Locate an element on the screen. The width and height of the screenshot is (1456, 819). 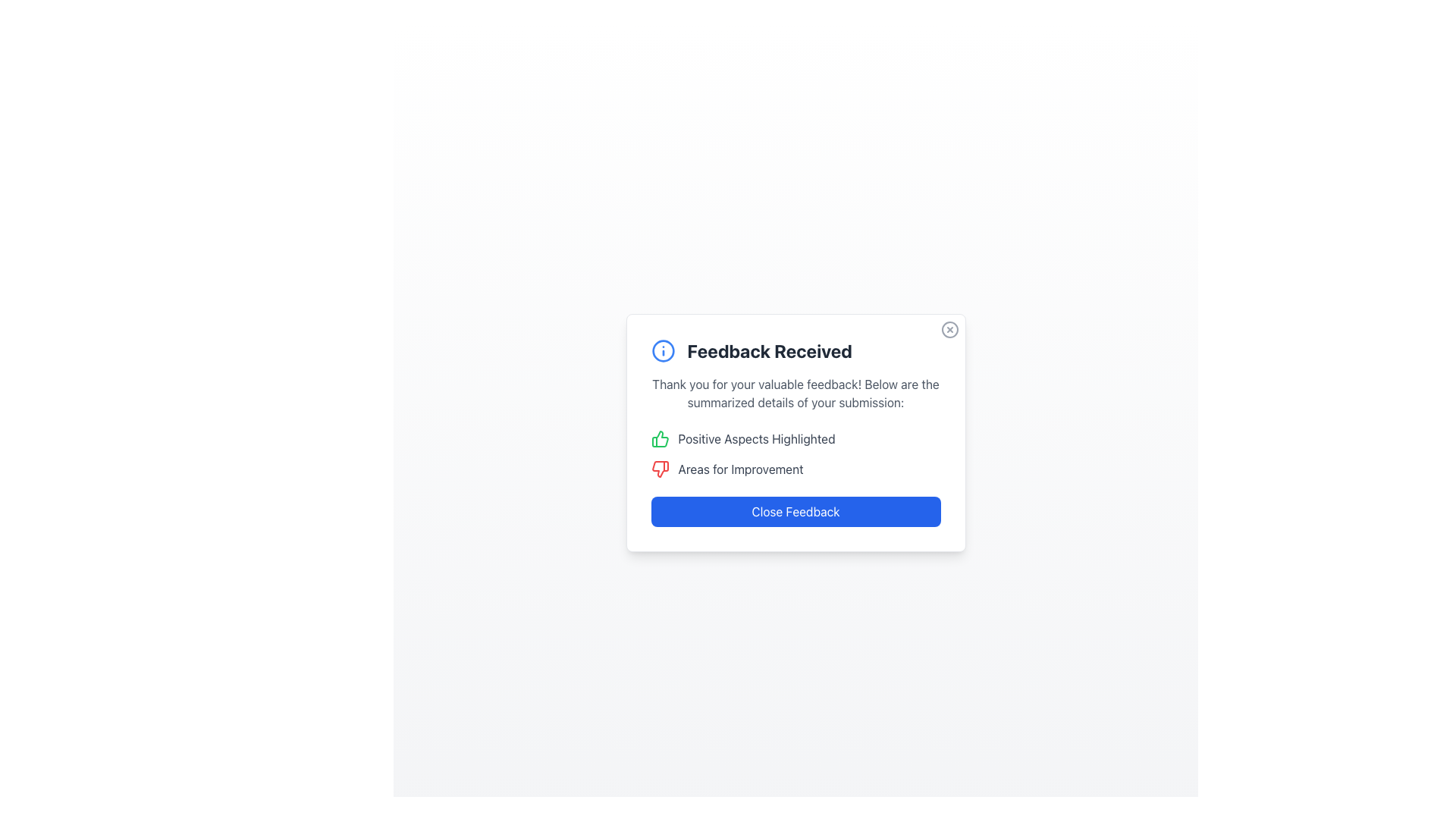
the Label with Icon that has a green thumbs-up icon and the text 'Positive Aspects Highlighted' in gray, located in the upper part of the feedback modal is located at coordinates (795, 438).